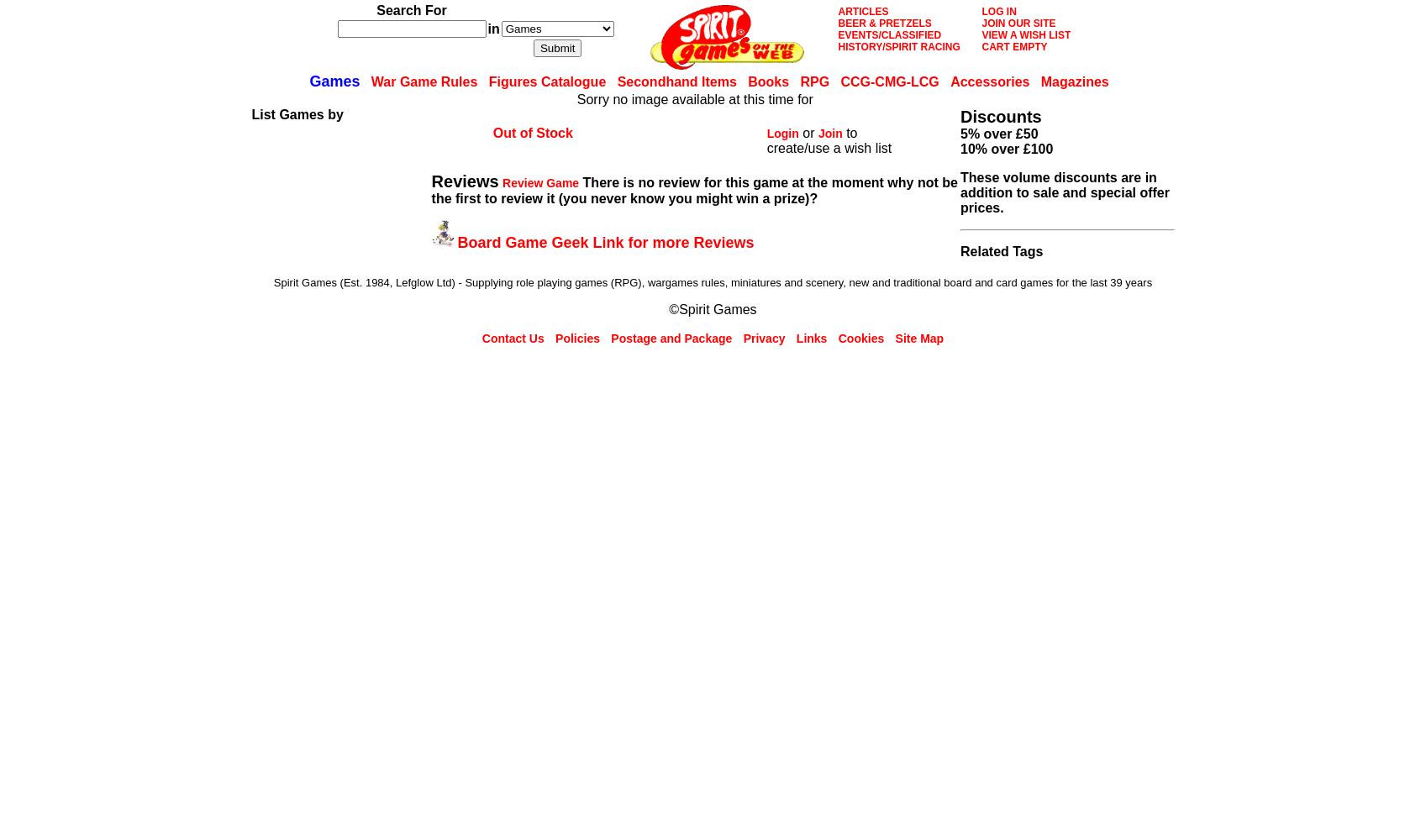 This screenshot has height=840, width=1426. What do you see at coordinates (837, 12) in the screenshot?
I see `'ARTICLES'` at bounding box center [837, 12].